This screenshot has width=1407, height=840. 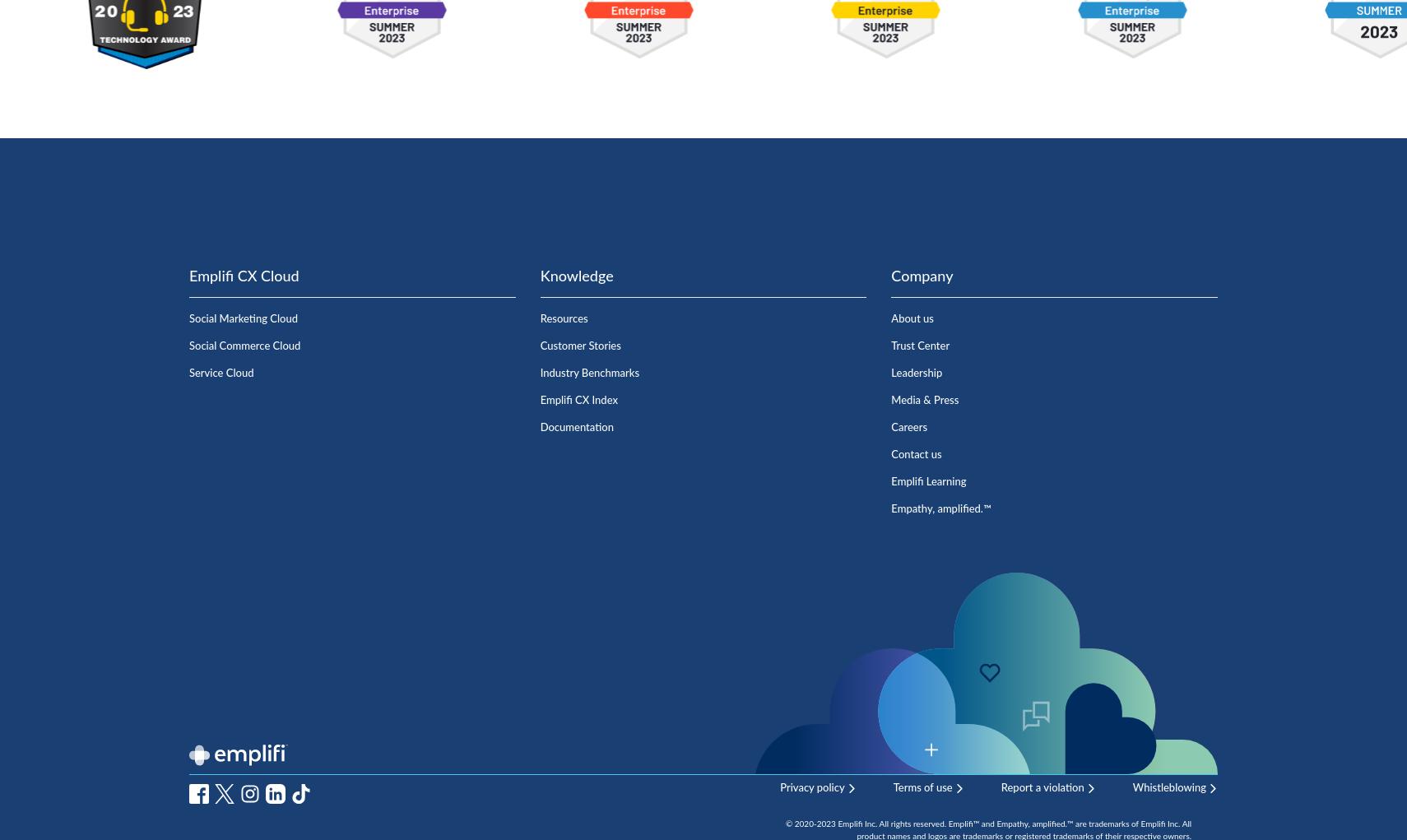 What do you see at coordinates (578, 399) in the screenshot?
I see `'Emplifi CX Index'` at bounding box center [578, 399].